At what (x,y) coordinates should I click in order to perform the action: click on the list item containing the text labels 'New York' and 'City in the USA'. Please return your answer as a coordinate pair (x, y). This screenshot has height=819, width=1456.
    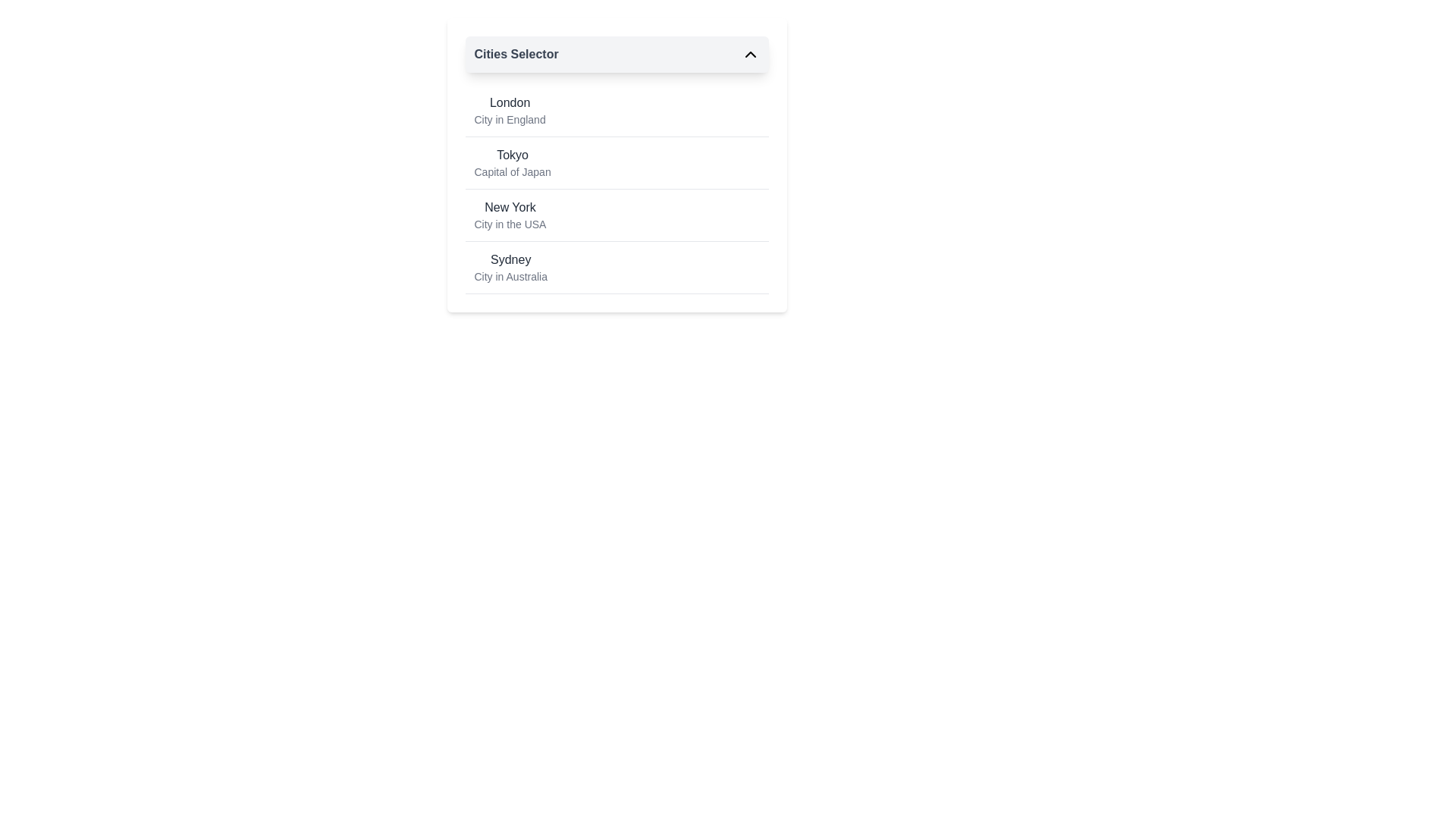
    Looking at the image, I should click on (510, 215).